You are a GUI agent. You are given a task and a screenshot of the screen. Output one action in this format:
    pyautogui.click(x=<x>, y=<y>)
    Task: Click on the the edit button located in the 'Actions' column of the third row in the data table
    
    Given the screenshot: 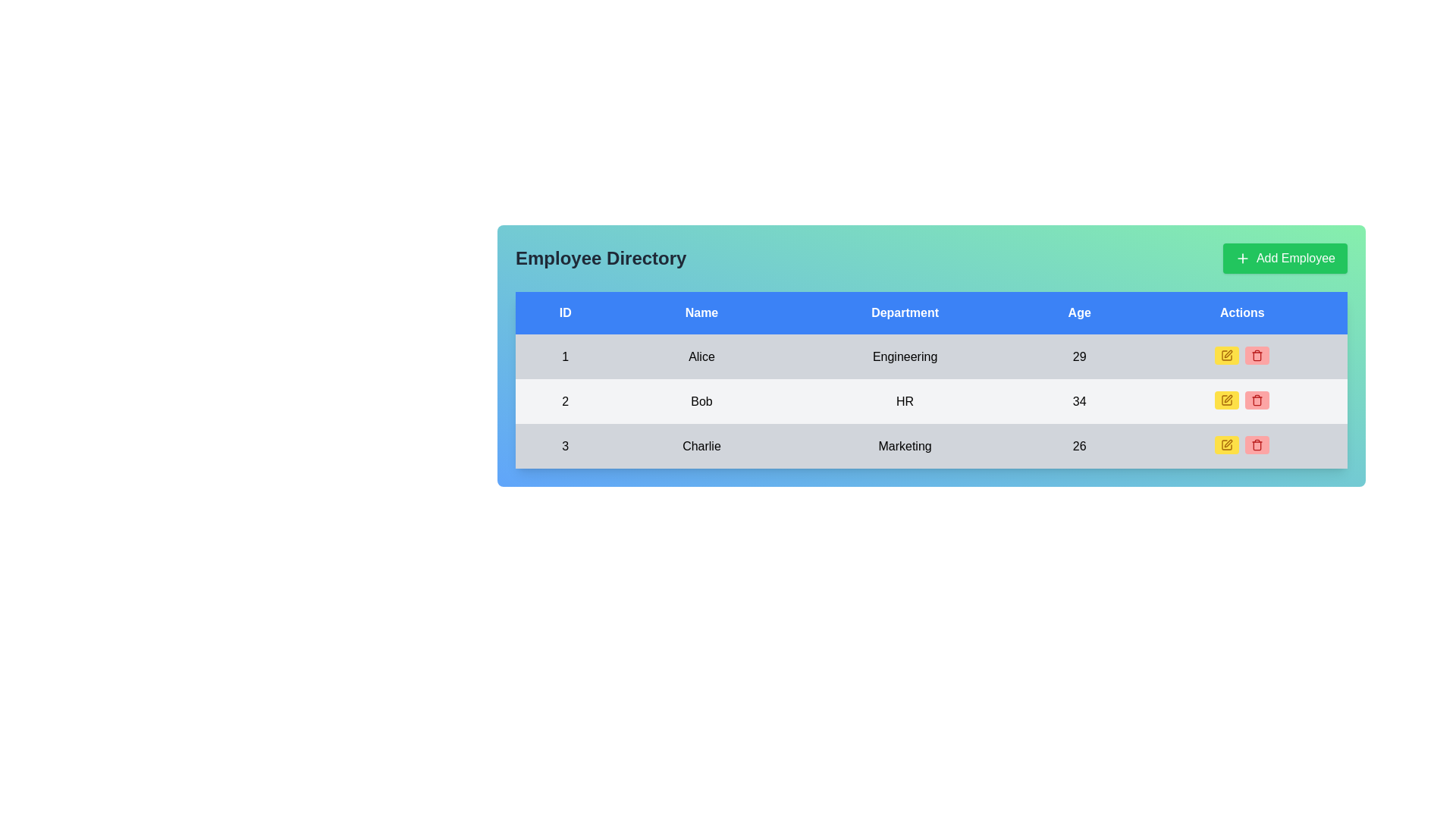 What is the action you would take?
    pyautogui.click(x=1228, y=444)
    